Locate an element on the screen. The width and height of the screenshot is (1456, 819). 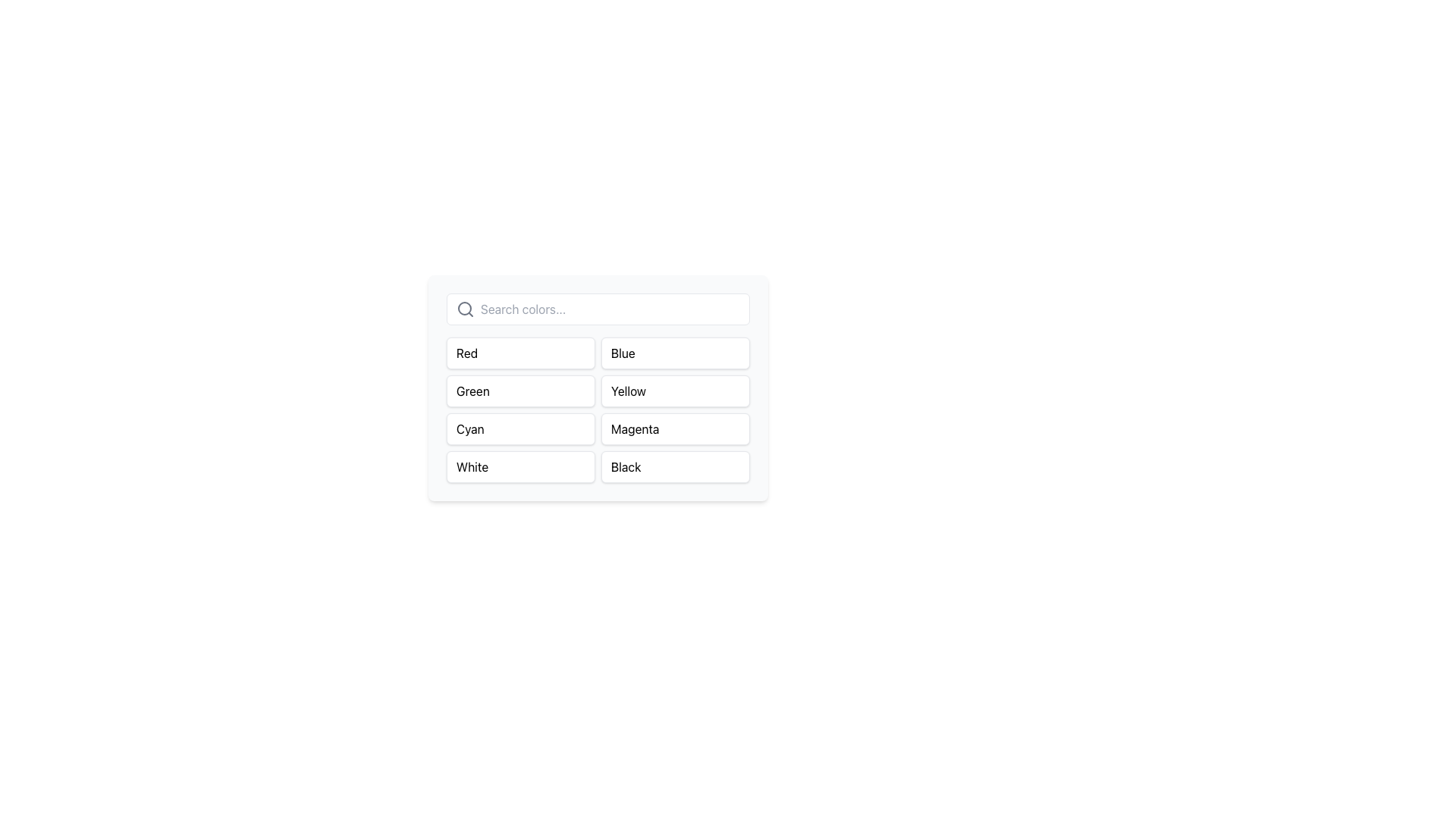
the 'Black' button located in the right column of the grid layout is located at coordinates (675, 466).